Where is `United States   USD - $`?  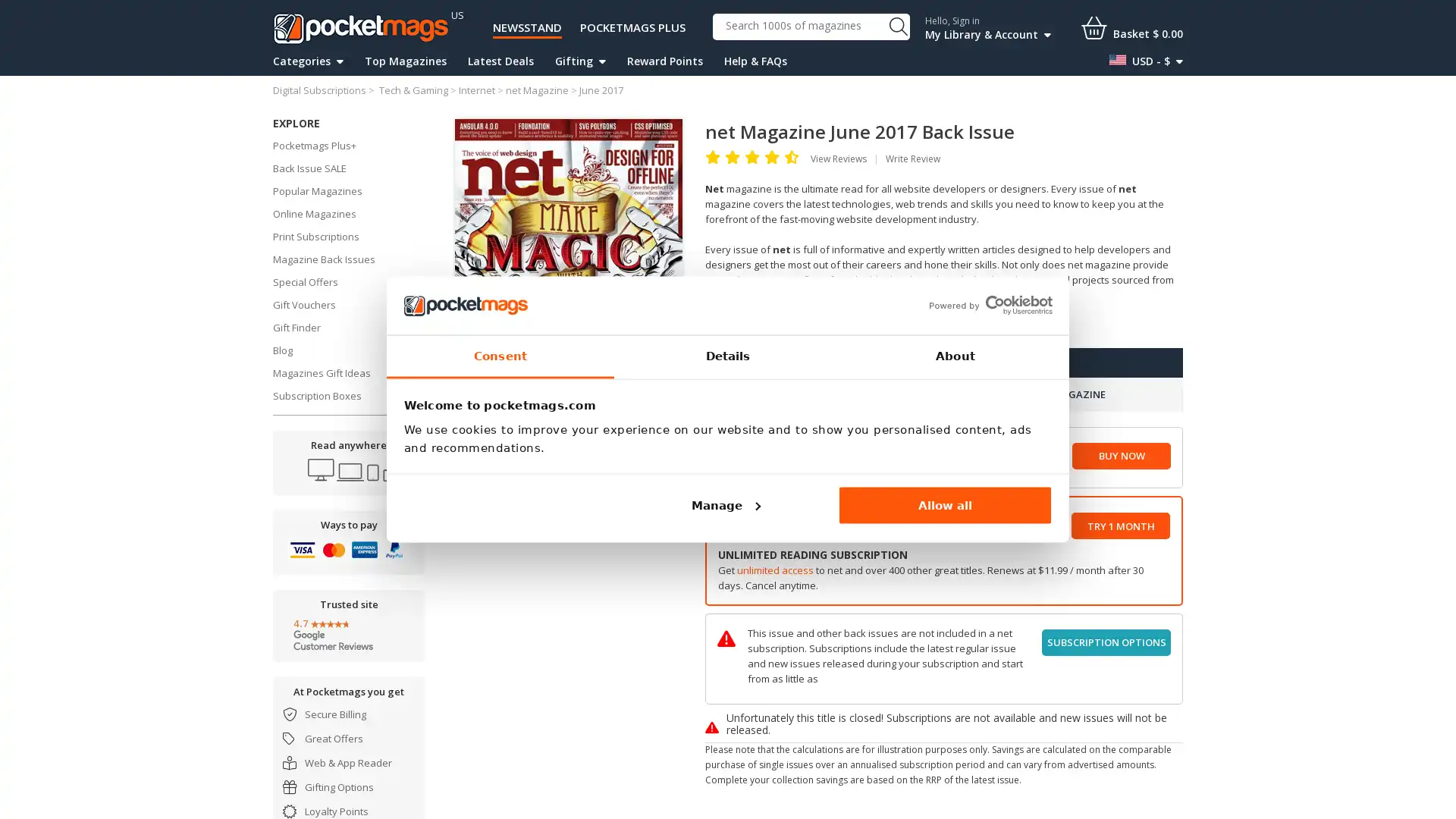
United States   USD - $ is located at coordinates (1146, 61).